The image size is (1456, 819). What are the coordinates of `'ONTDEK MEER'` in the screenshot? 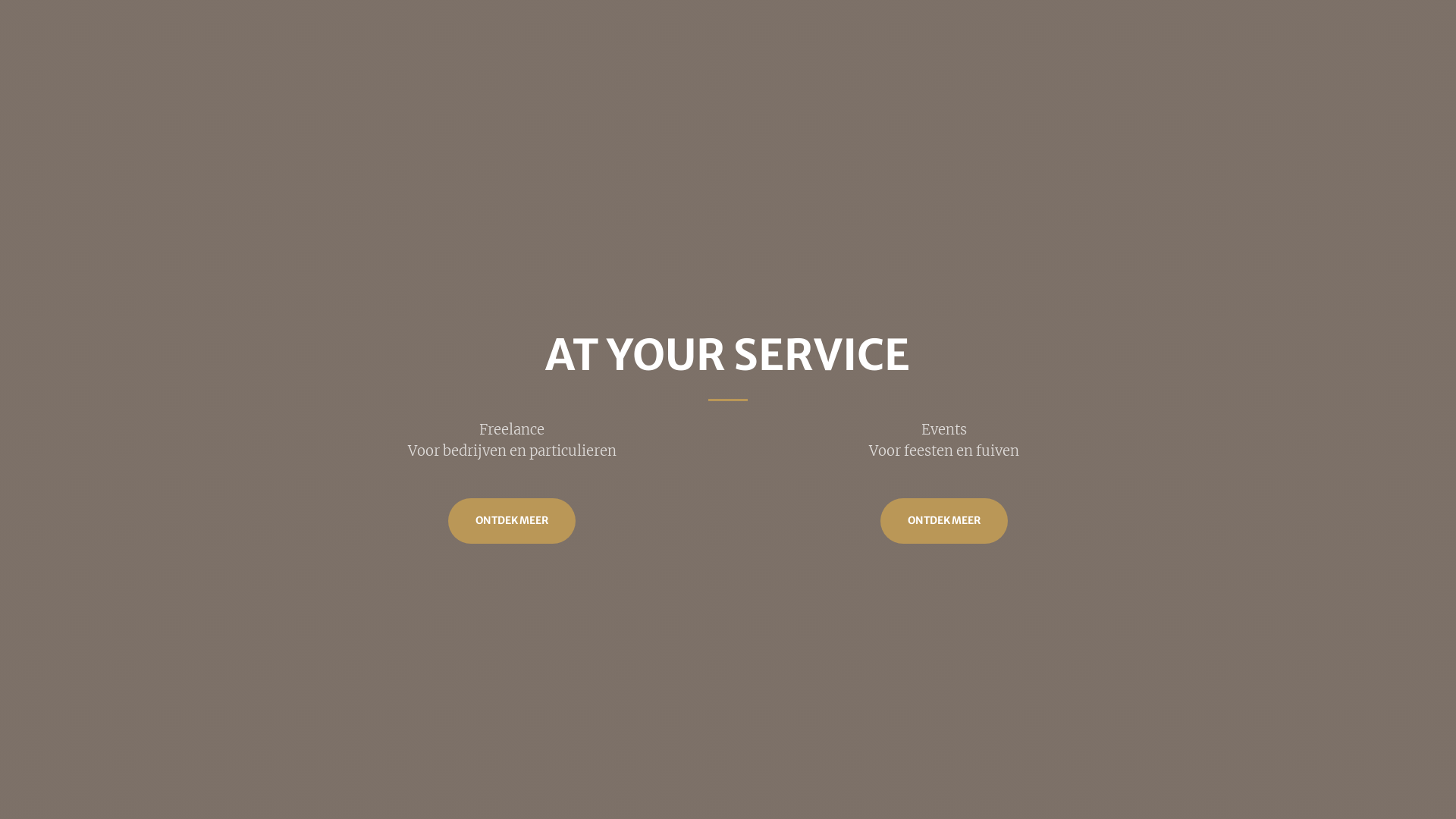 It's located at (447, 519).